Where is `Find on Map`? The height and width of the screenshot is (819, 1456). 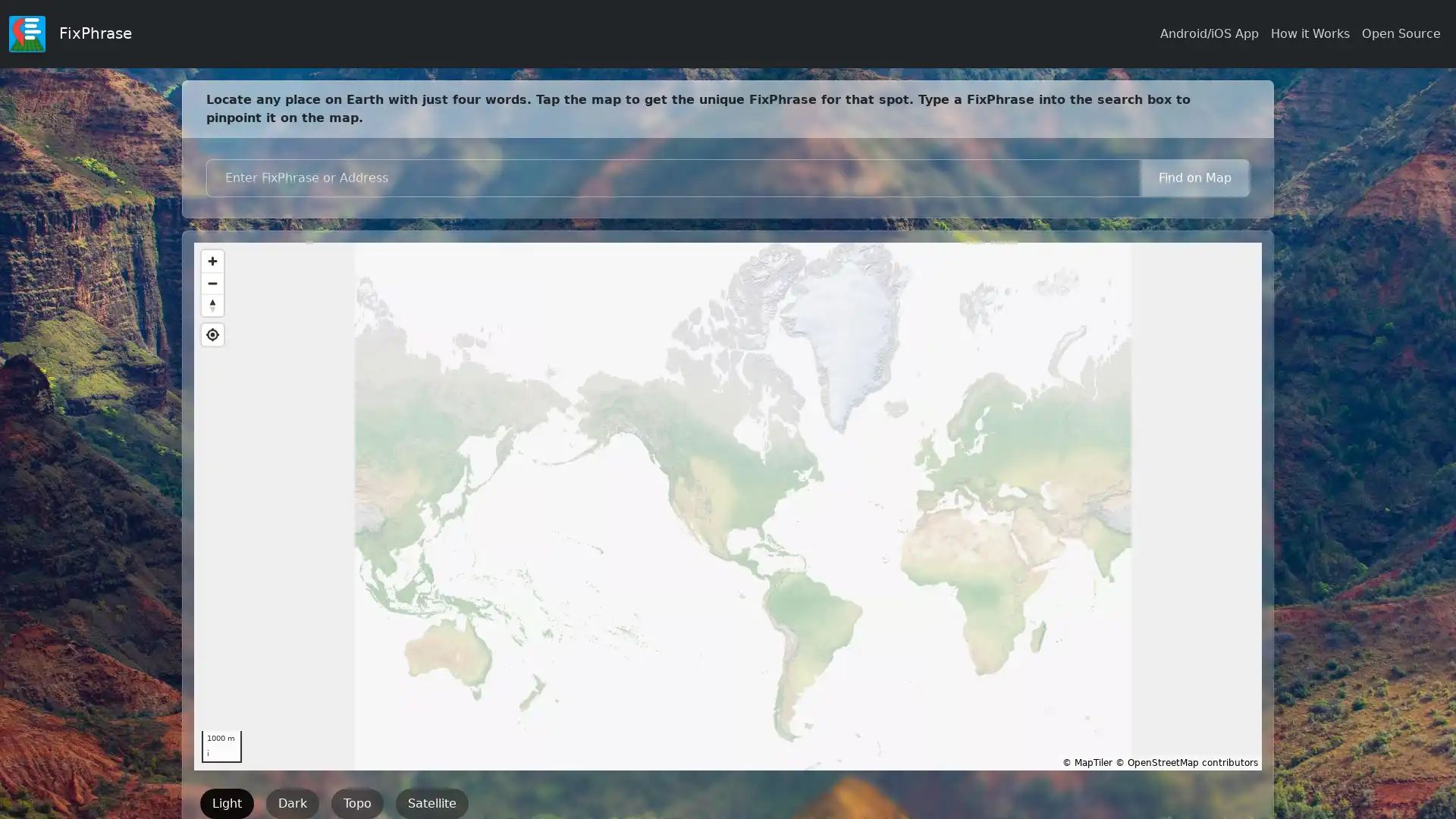
Find on Map is located at coordinates (1194, 177).